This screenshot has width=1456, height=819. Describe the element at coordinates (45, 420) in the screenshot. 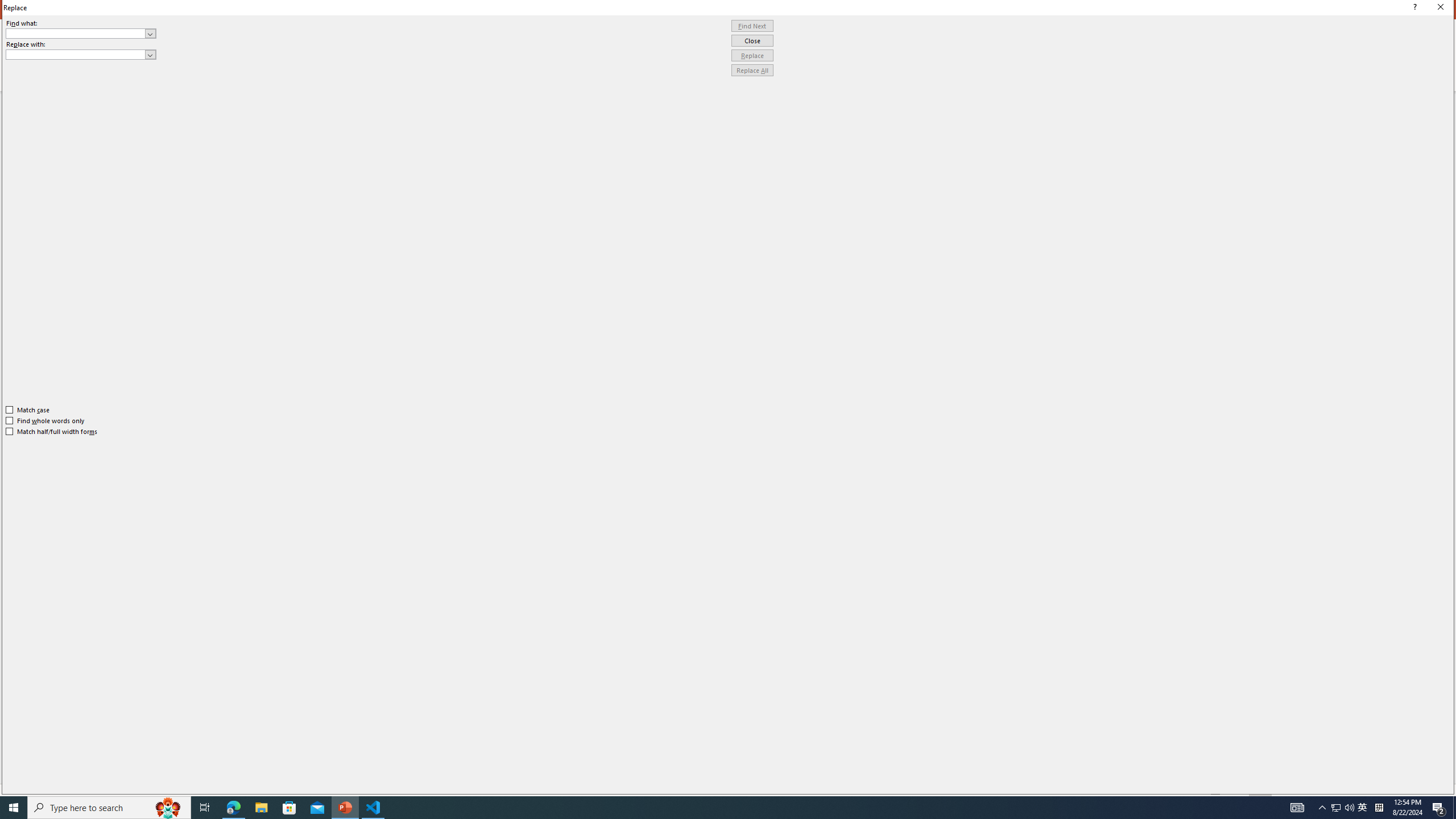

I see `'Find whole words only'` at that location.